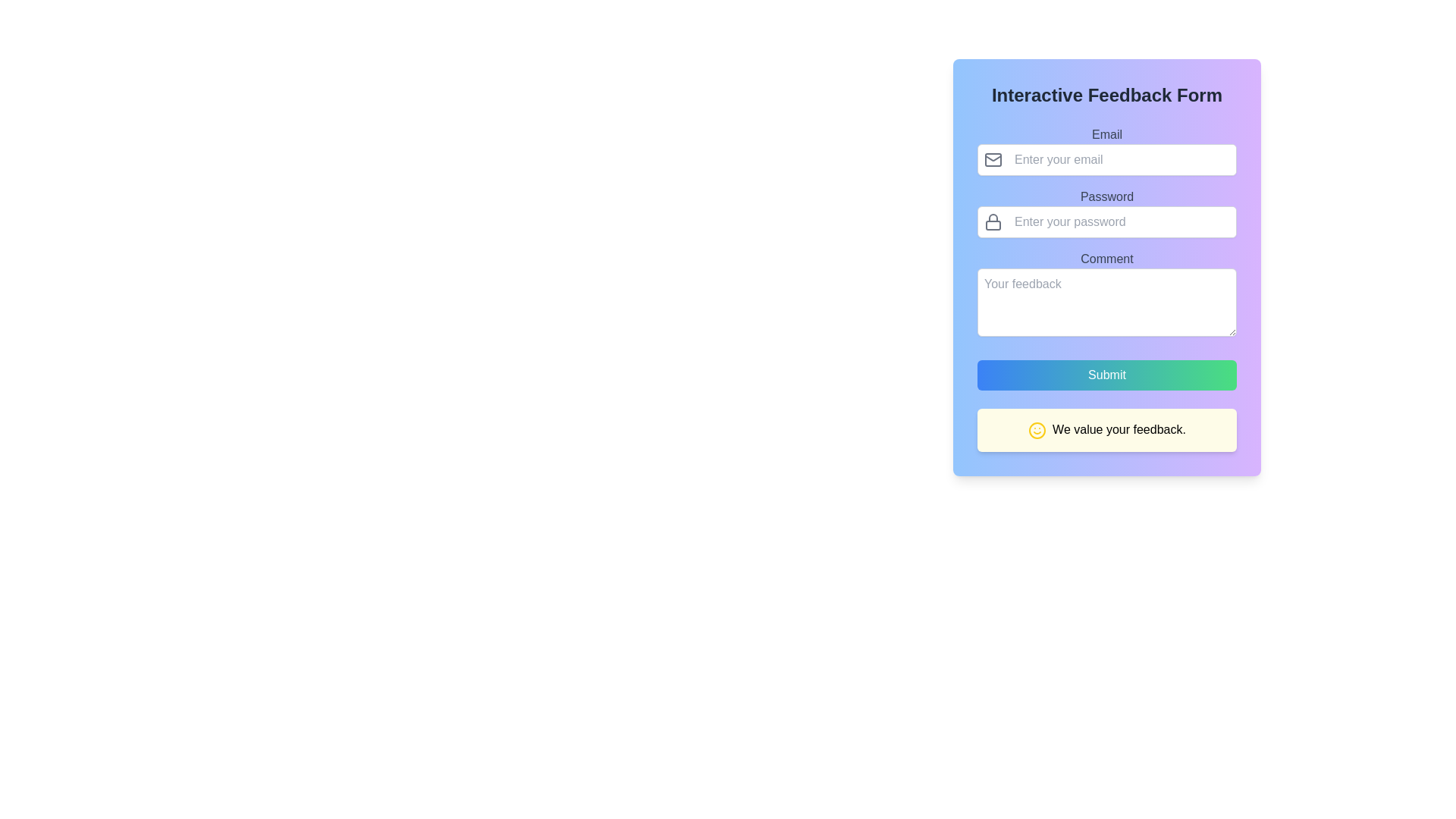 This screenshot has width=1456, height=819. I want to click on the gray outlined envelope mail icon located to the left of the 'Enter your email' placeholder text in the email input field, so click(993, 160).